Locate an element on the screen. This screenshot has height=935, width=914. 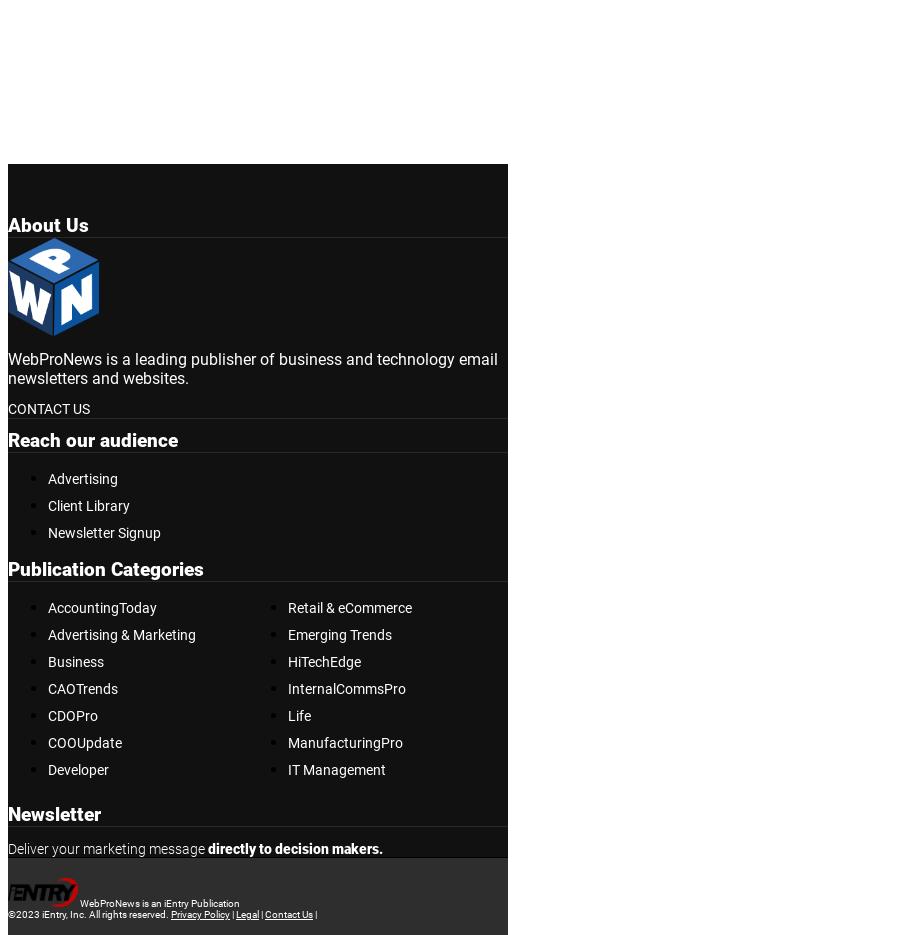
'Reach our audience' is located at coordinates (93, 439).